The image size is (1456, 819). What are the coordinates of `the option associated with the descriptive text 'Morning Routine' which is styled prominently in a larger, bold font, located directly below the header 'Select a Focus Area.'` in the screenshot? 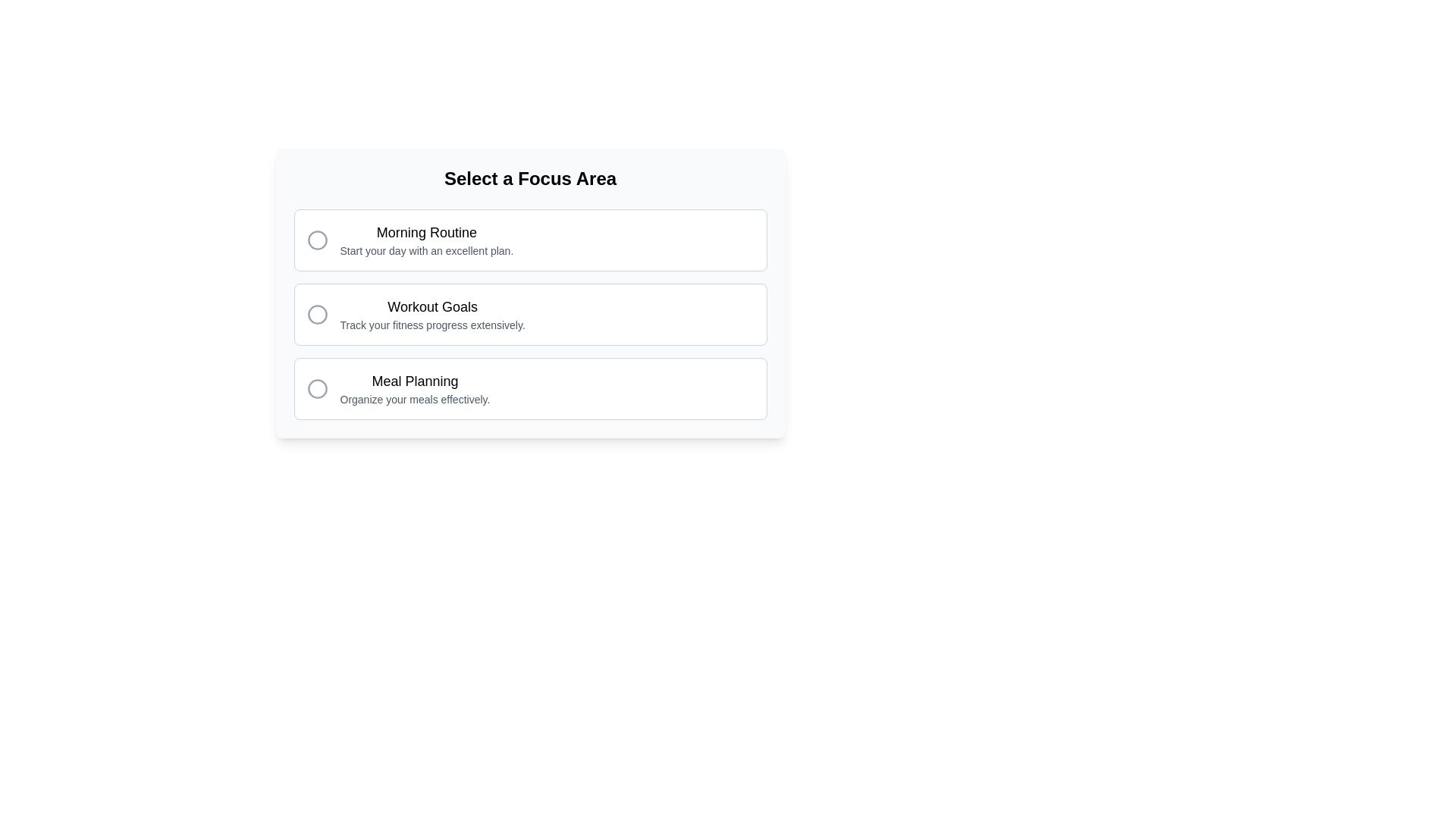 It's located at (425, 239).